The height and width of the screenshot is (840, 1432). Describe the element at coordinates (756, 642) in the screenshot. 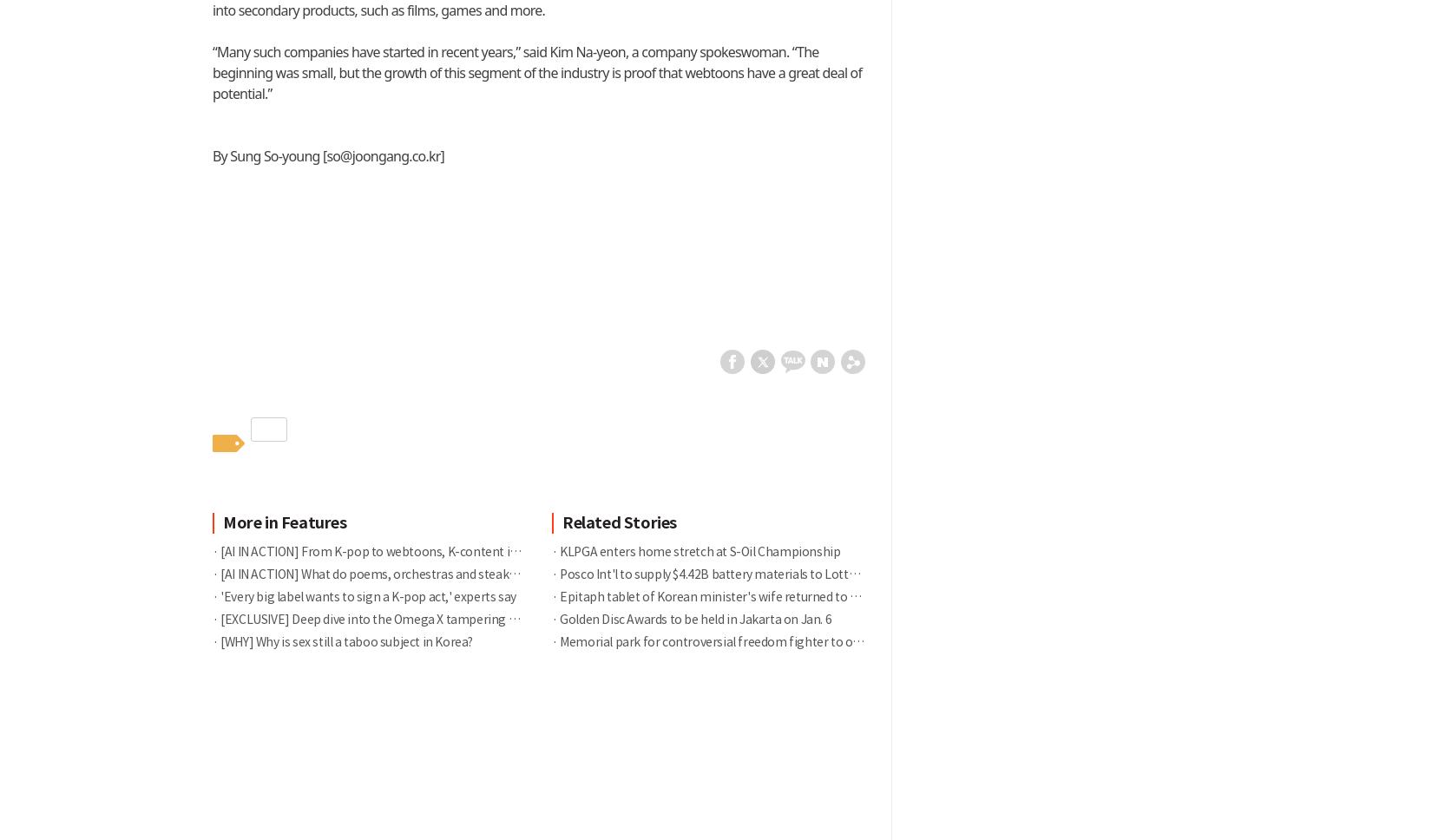

I see `'Memorial park for controversial freedom fighter to open in Kazakhstan'` at that location.